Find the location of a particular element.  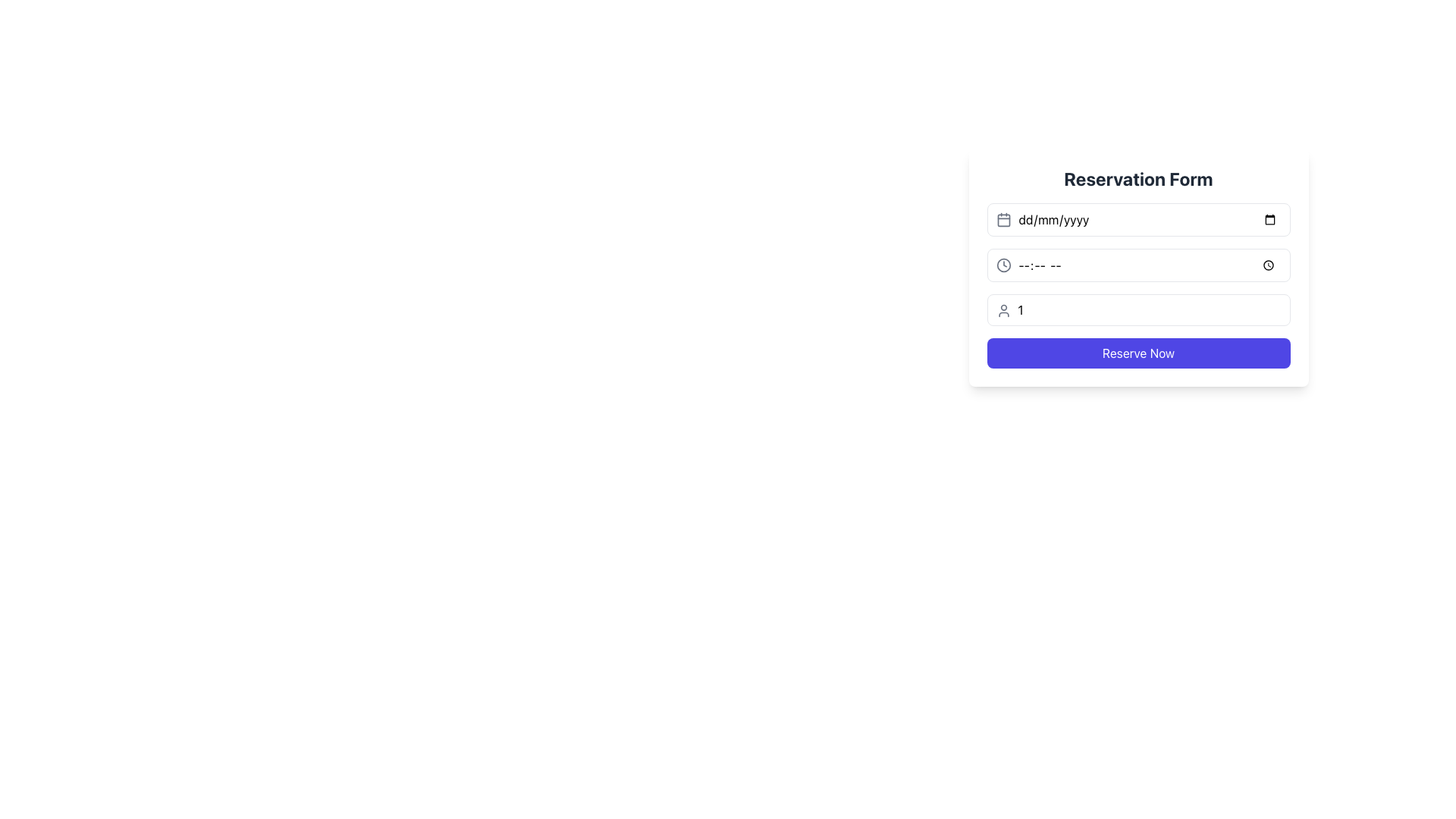

the time field within the composite input form element located in the middle upper area of the 'Reservation Form' is located at coordinates (1138, 286).